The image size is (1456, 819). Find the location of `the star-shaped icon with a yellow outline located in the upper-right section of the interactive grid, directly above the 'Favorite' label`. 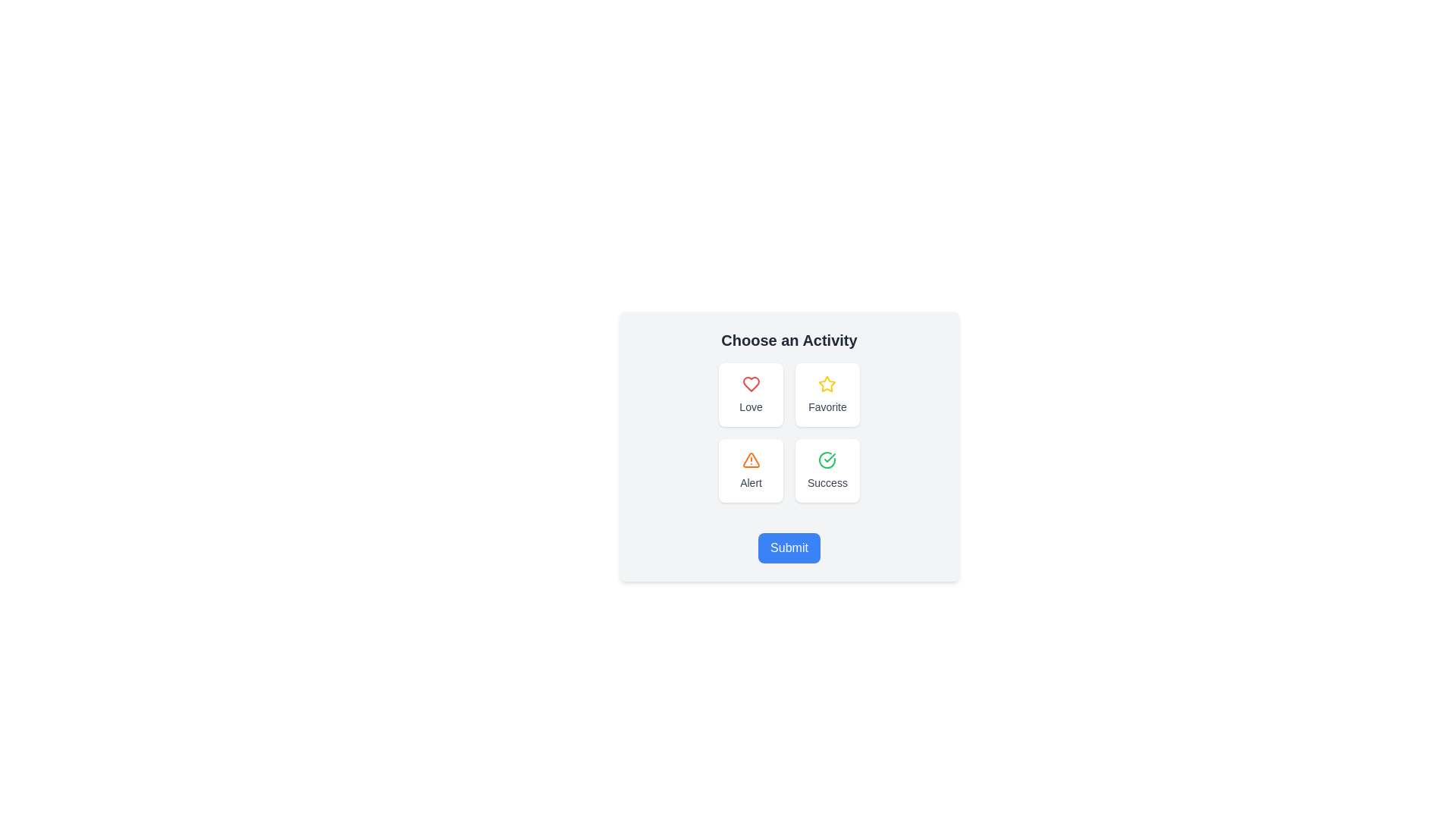

the star-shaped icon with a yellow outline located in the upper-right section of the interactive grid, directly above the 'Favorite' label is located at coordinates (827, 383).